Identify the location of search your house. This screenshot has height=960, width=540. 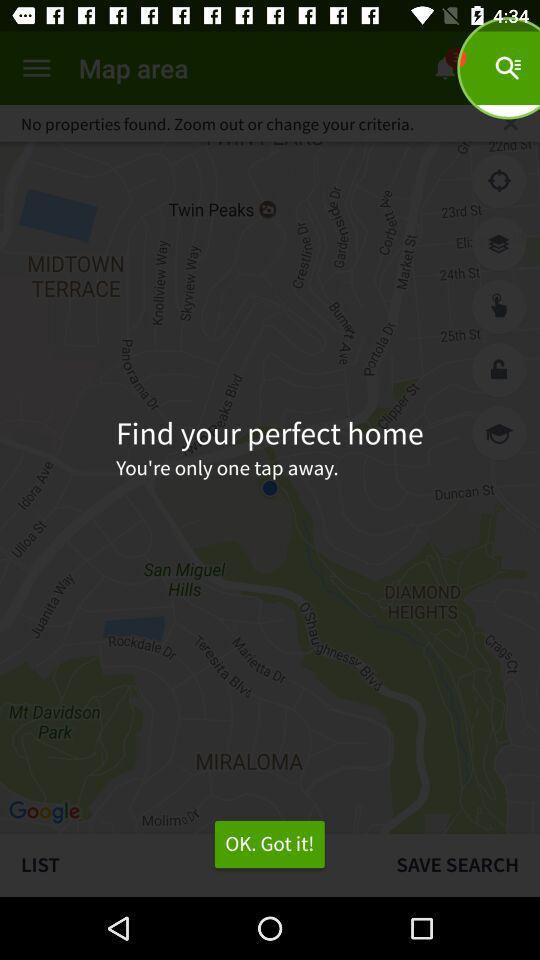
(498, 243).